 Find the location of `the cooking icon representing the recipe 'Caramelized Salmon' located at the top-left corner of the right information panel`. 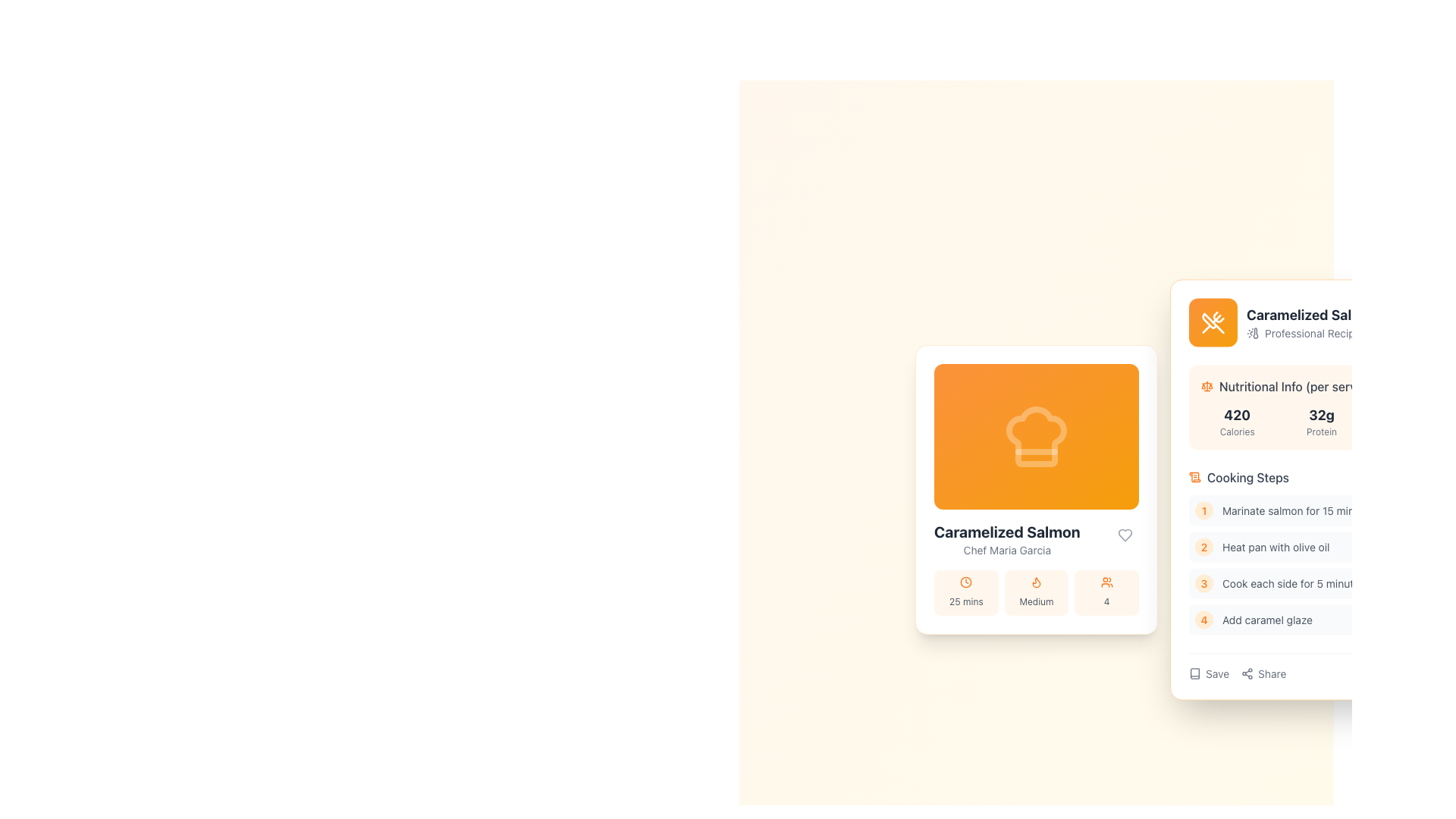

the cooking icon representing the recipe 'Caramelized Salmon' located at the top-left corner of the right information panel is located at coordinates (1212, 321).